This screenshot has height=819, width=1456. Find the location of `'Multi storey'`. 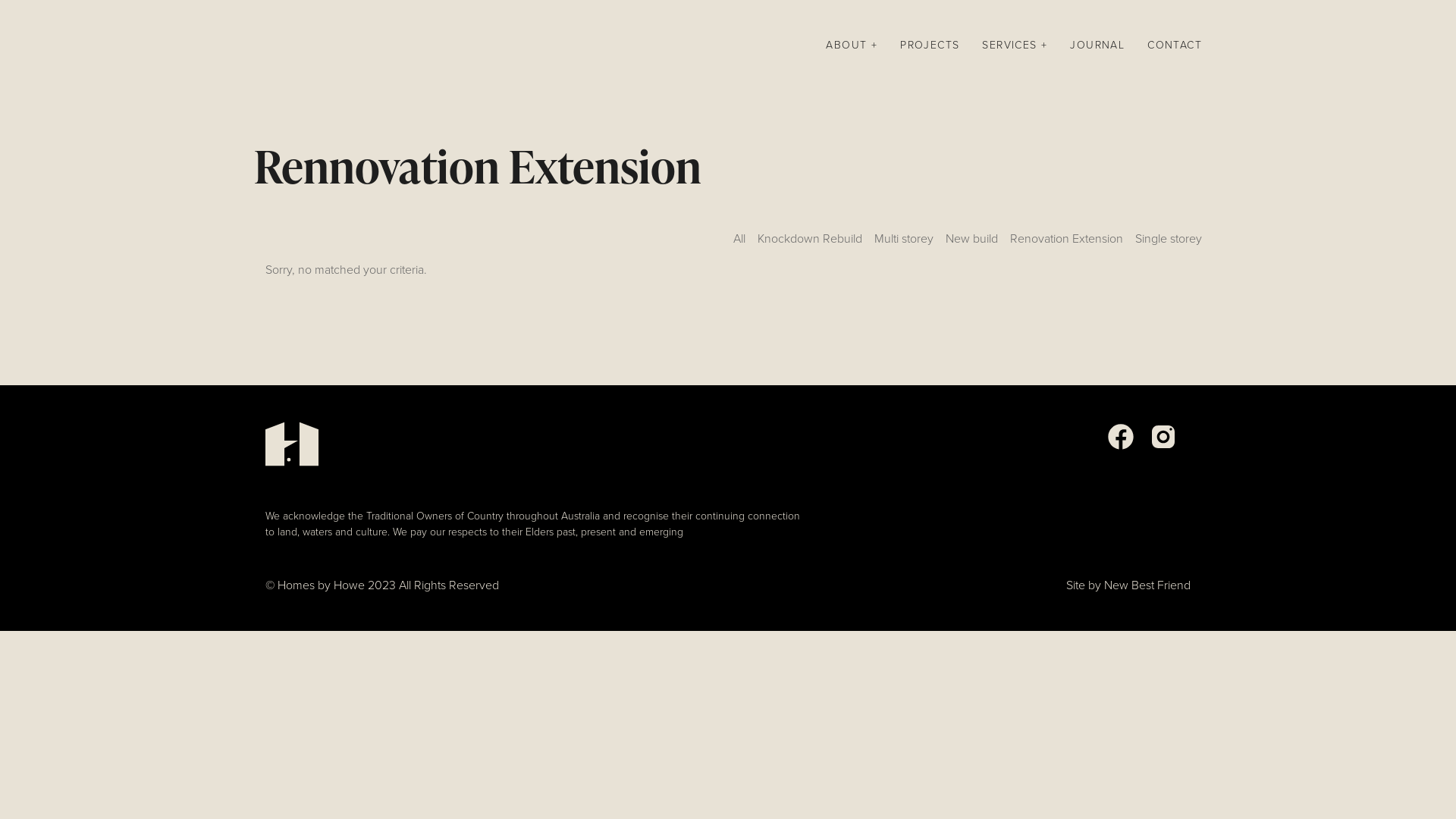

'Multi storey' is located at coordinates (903, 243).